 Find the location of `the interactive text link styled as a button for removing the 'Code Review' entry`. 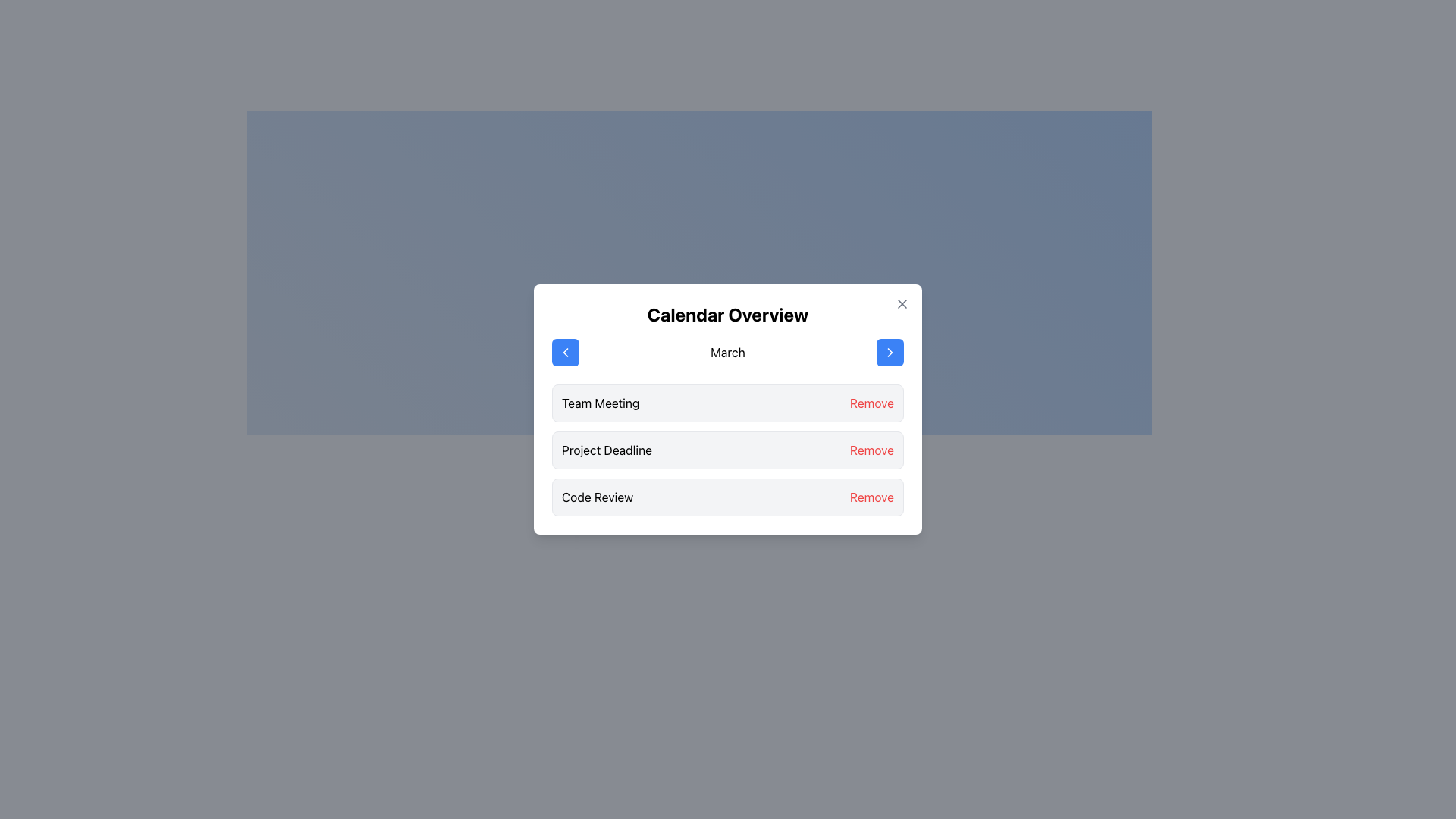

the interactive text link styled as a button for removing the 'Code Review' entry is located at coordinates (871, 497).